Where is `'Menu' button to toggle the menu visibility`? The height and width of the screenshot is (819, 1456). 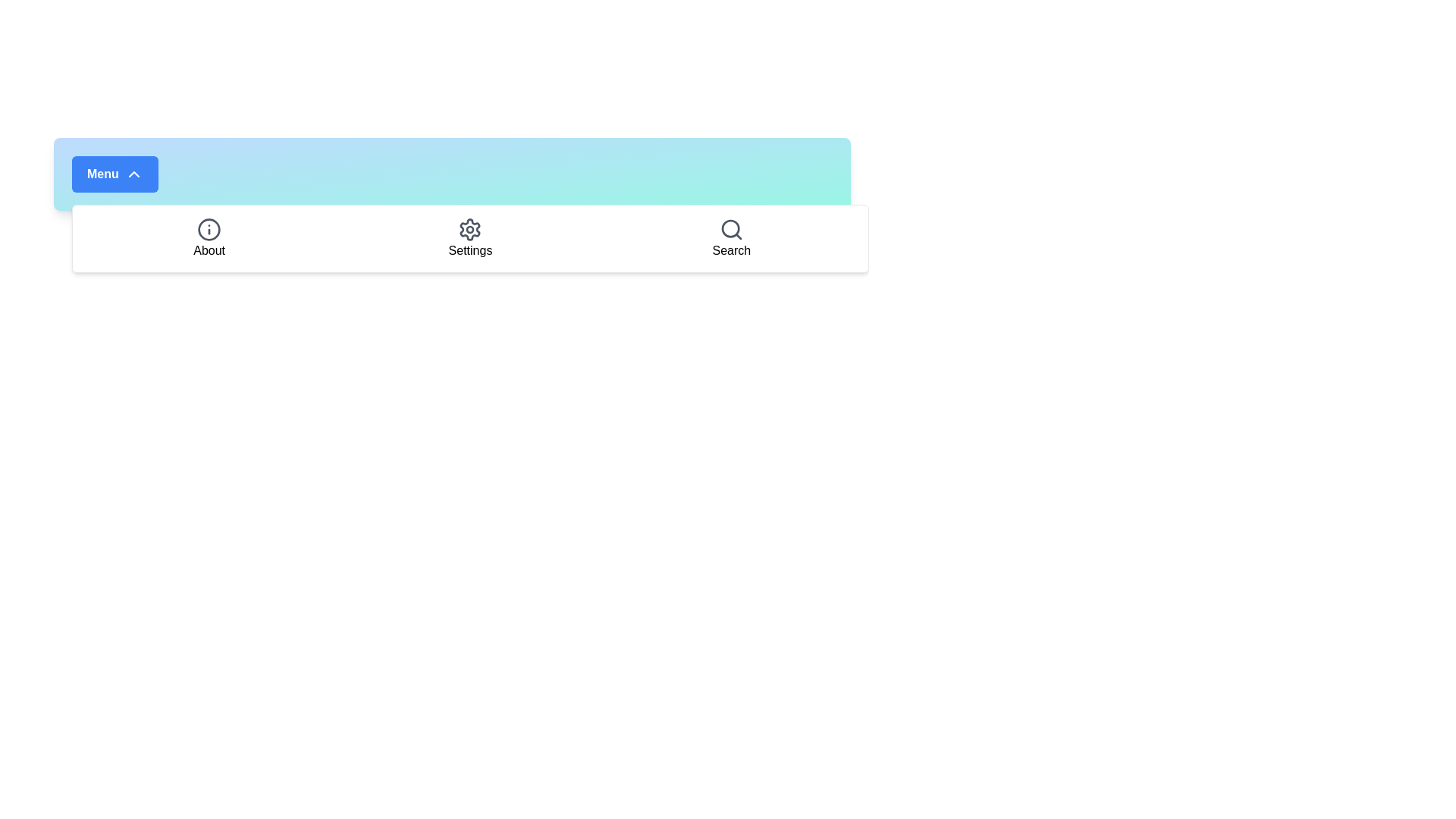 'Menu' button to toggle the menu visibility is located at coordinates (113, 174).